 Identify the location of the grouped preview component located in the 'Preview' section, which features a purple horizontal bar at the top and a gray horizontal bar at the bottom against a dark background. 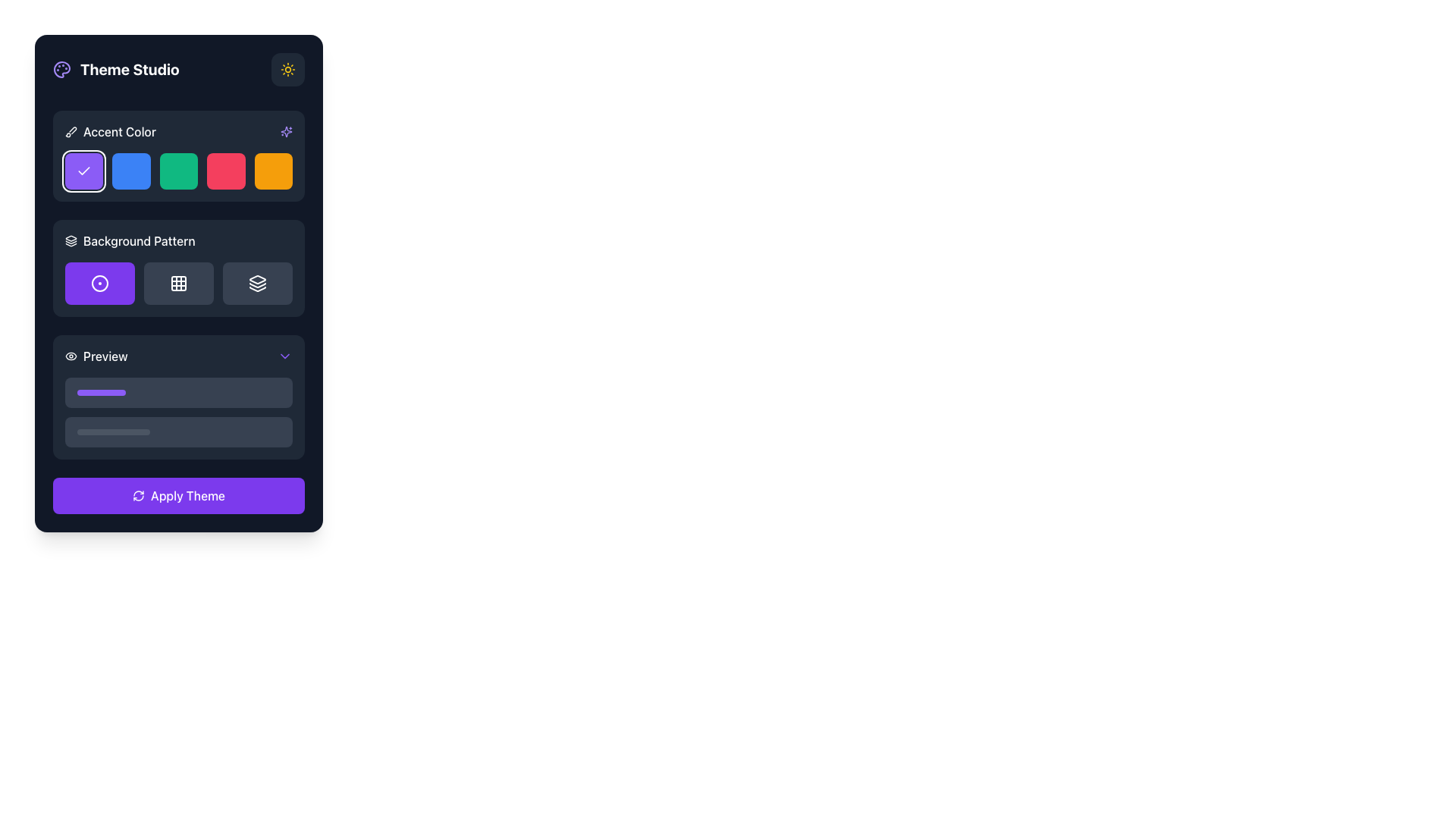
(178, 412).